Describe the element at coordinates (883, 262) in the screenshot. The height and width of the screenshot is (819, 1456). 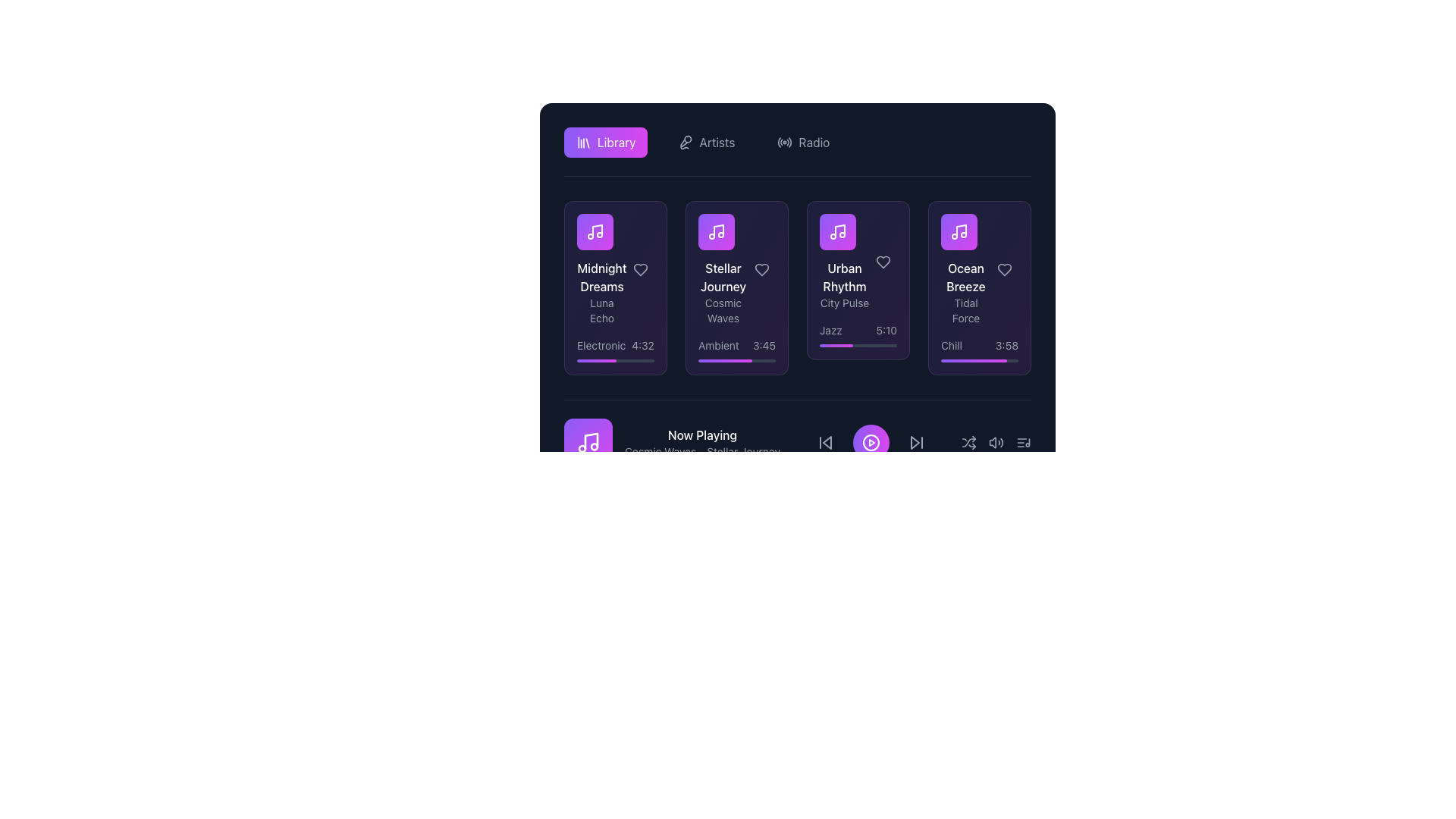
I see `the heart-shaped icon located in the top-right corner of the 'Urban Rhythm' card` at that location.